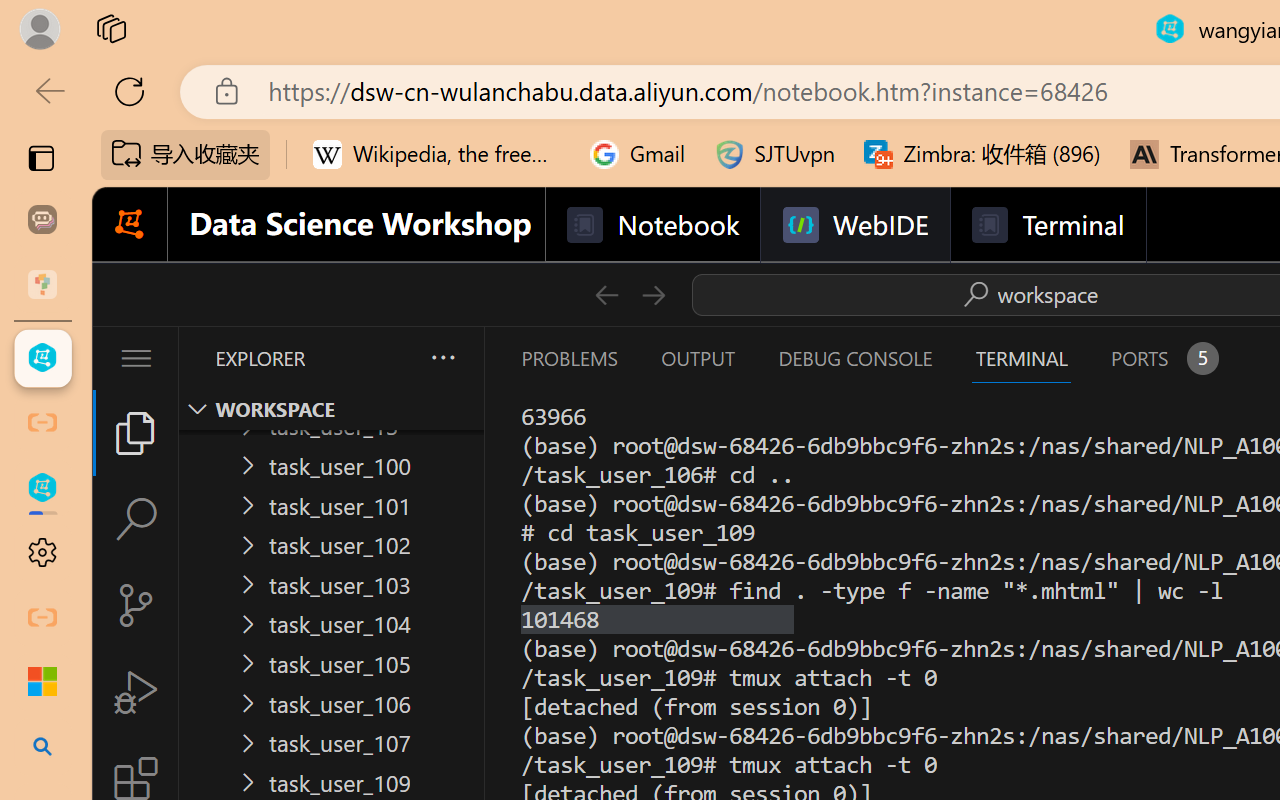  What do you see at coordinates (855, 225) in the screenshot?
I see `'WebIDE'` at bounding box center [855, 225].